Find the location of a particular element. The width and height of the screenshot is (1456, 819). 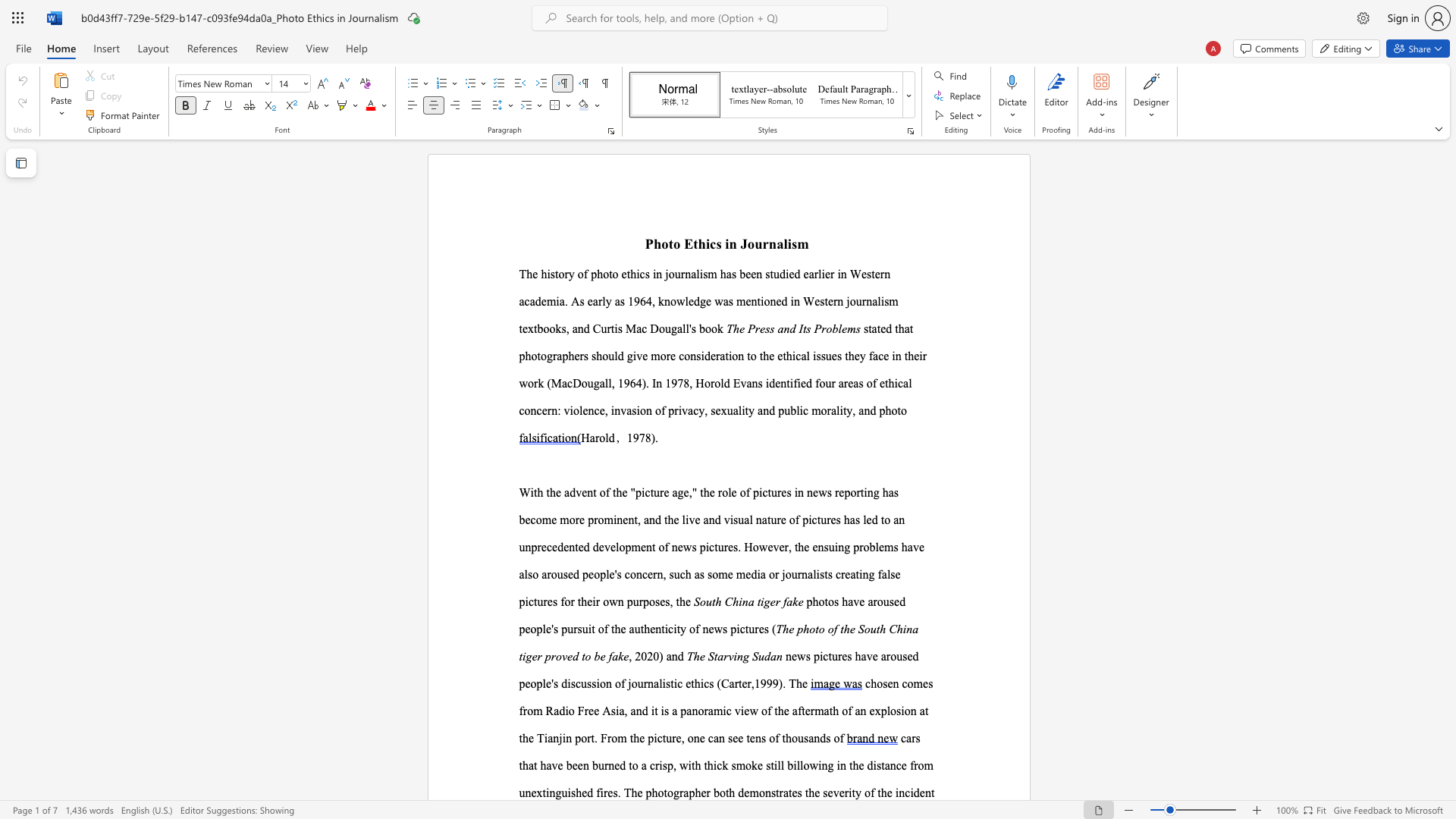

the subset text "y a" within the text "The history of photo ethics in journalism has been studied earlier in Western academia. As early as 1964, knowledge was mentioned in Western journalism textbooks, and Curtis Mac Dougall" is located at coordinates (604, 301).